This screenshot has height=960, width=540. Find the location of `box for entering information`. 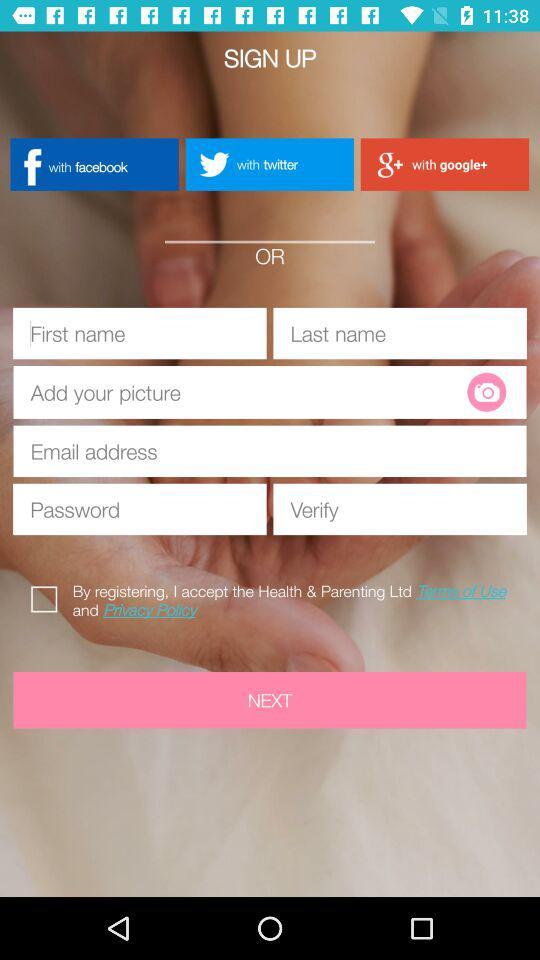

box for entering information is located at coordinates (138, 333).